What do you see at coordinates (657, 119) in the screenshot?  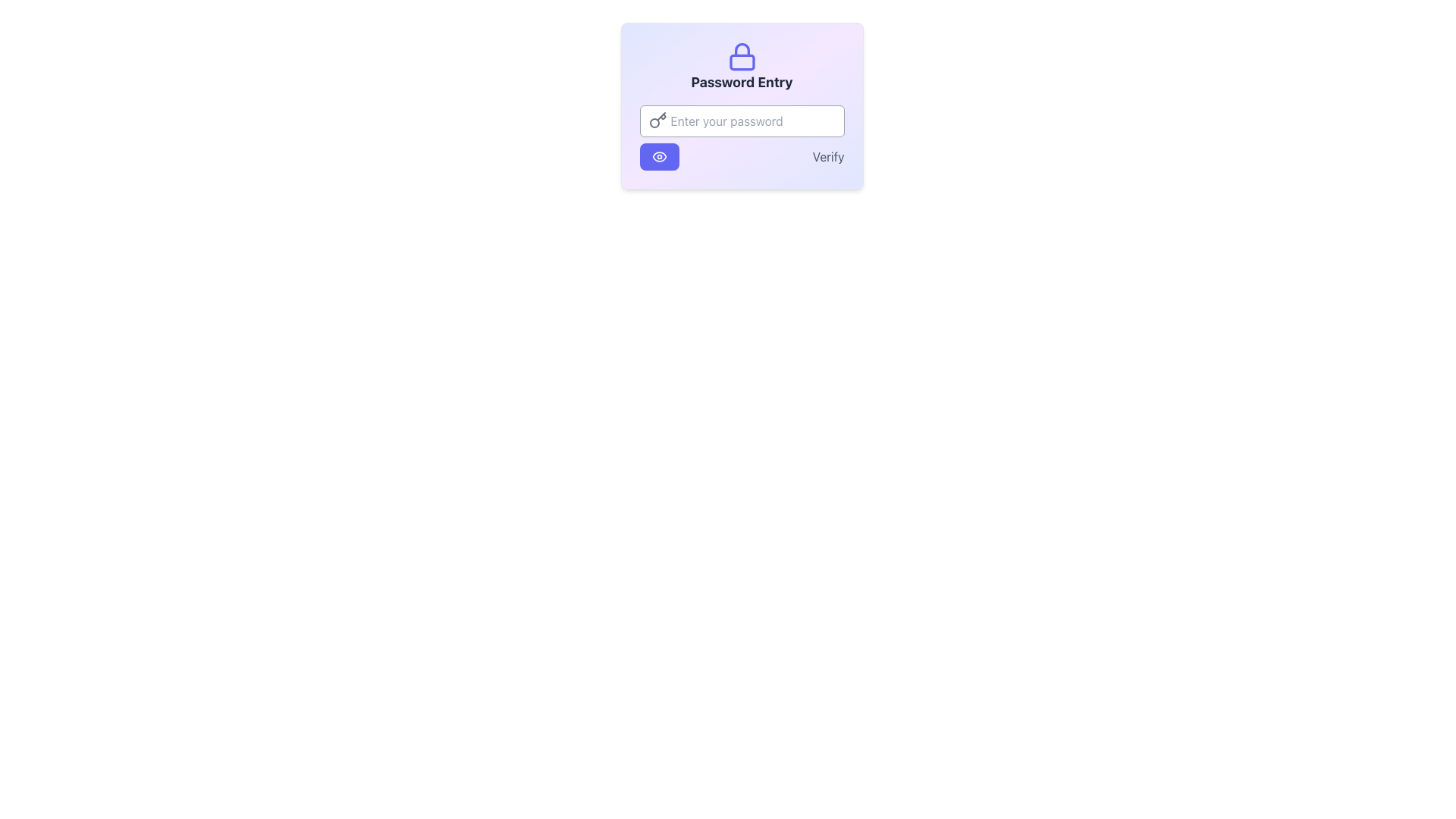 I see `the key icon graphic styled in gray, located at the beginning of the input field labeled 'Enter your password'` at bounding box center [657, 119].